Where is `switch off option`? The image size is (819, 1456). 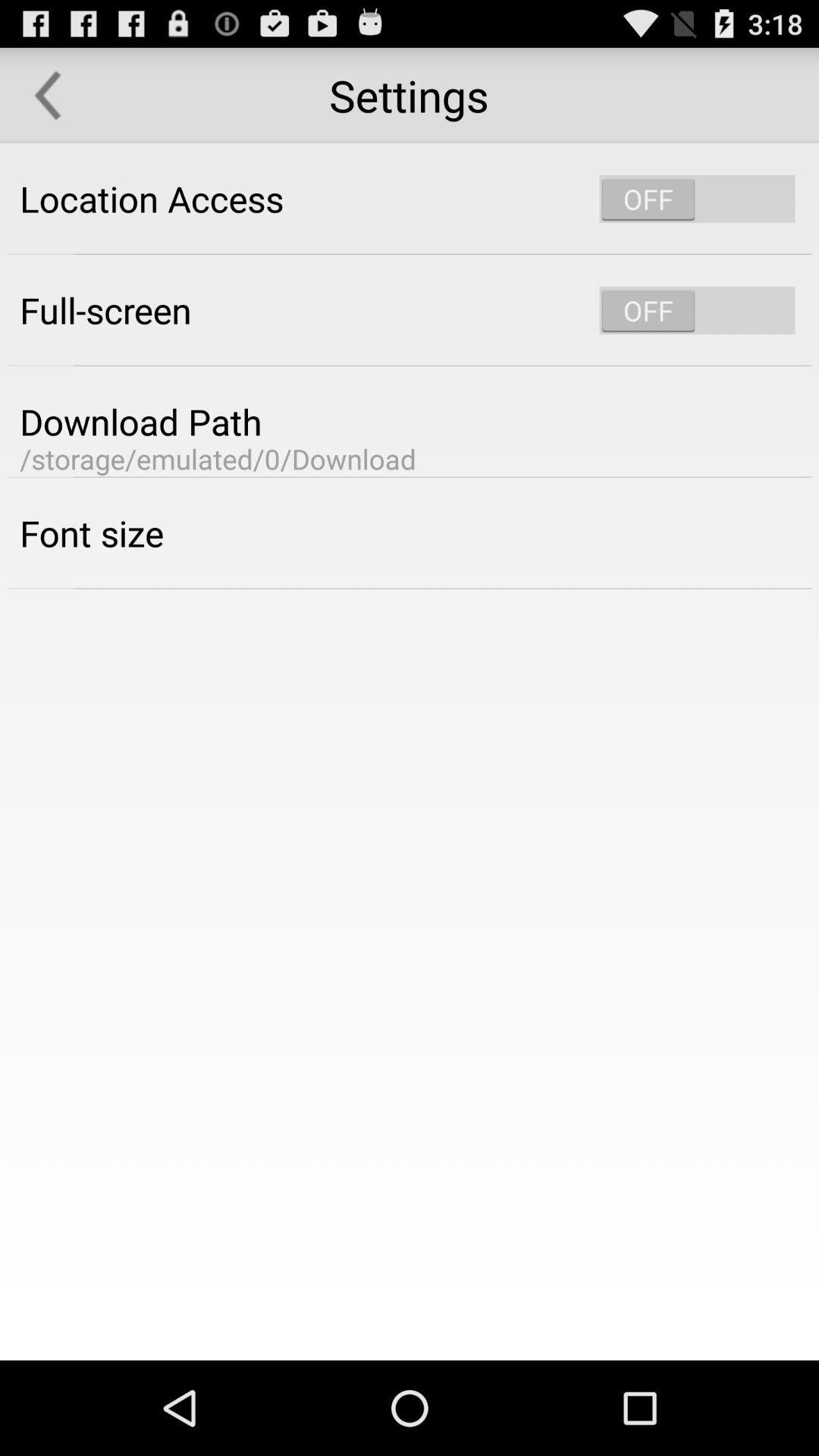 switch off option is located at coordinates (697, 309).